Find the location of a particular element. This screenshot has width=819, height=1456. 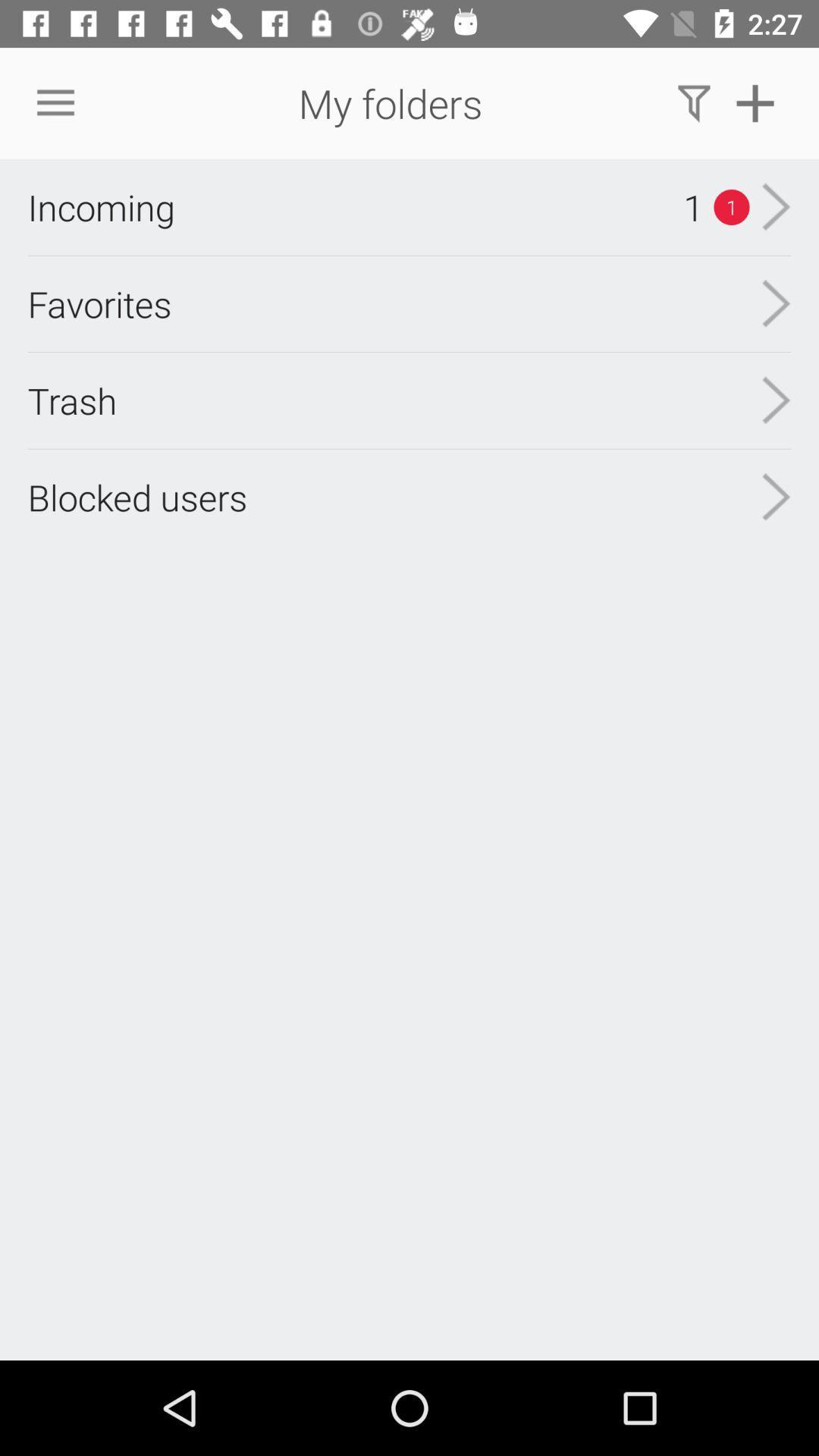

the item above the incoming item is located at coordinates (55, 102).